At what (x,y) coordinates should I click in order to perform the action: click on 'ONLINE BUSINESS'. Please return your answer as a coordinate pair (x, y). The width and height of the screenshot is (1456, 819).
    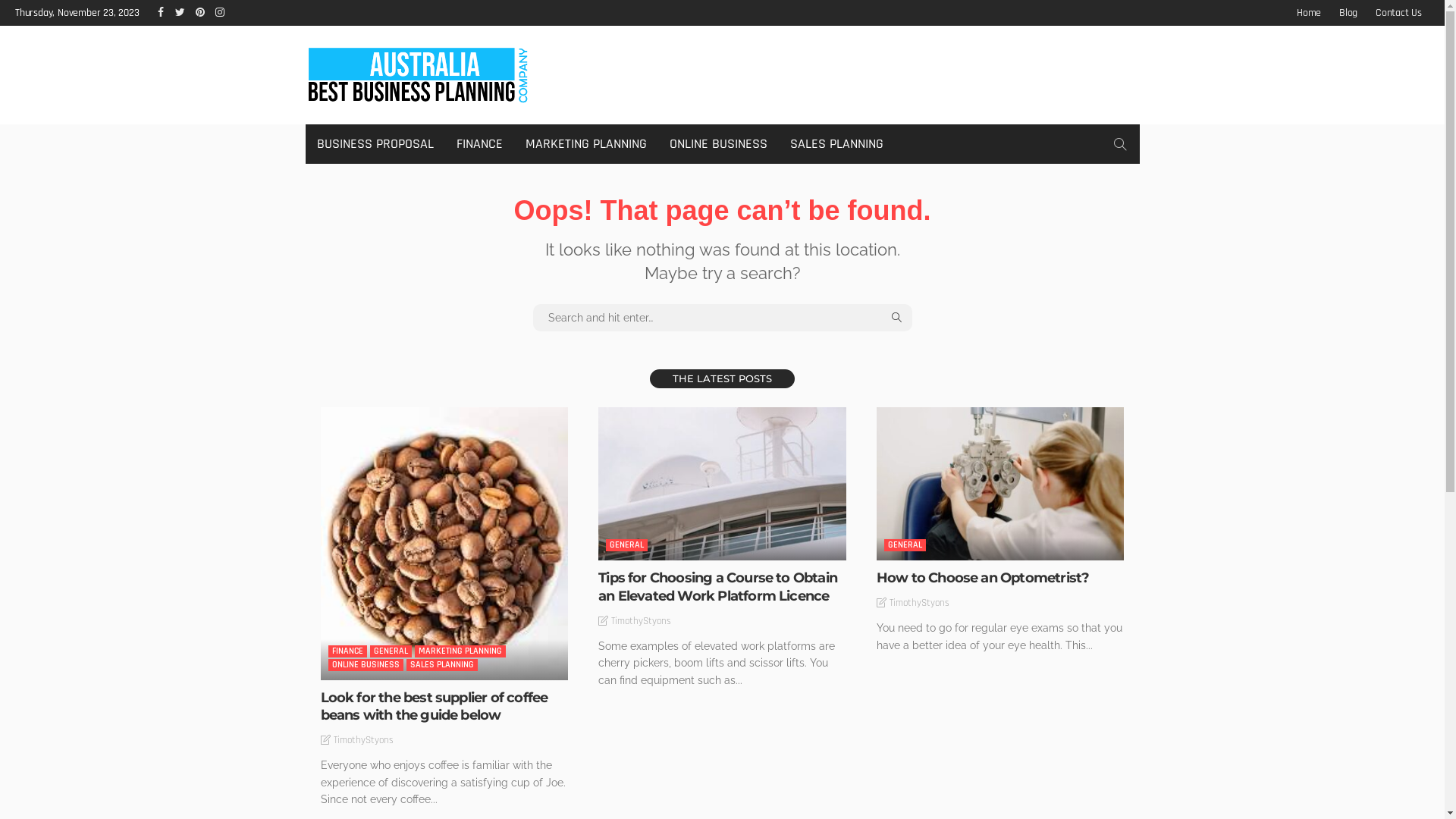
    Looking at the image, I should click on (365, 664).